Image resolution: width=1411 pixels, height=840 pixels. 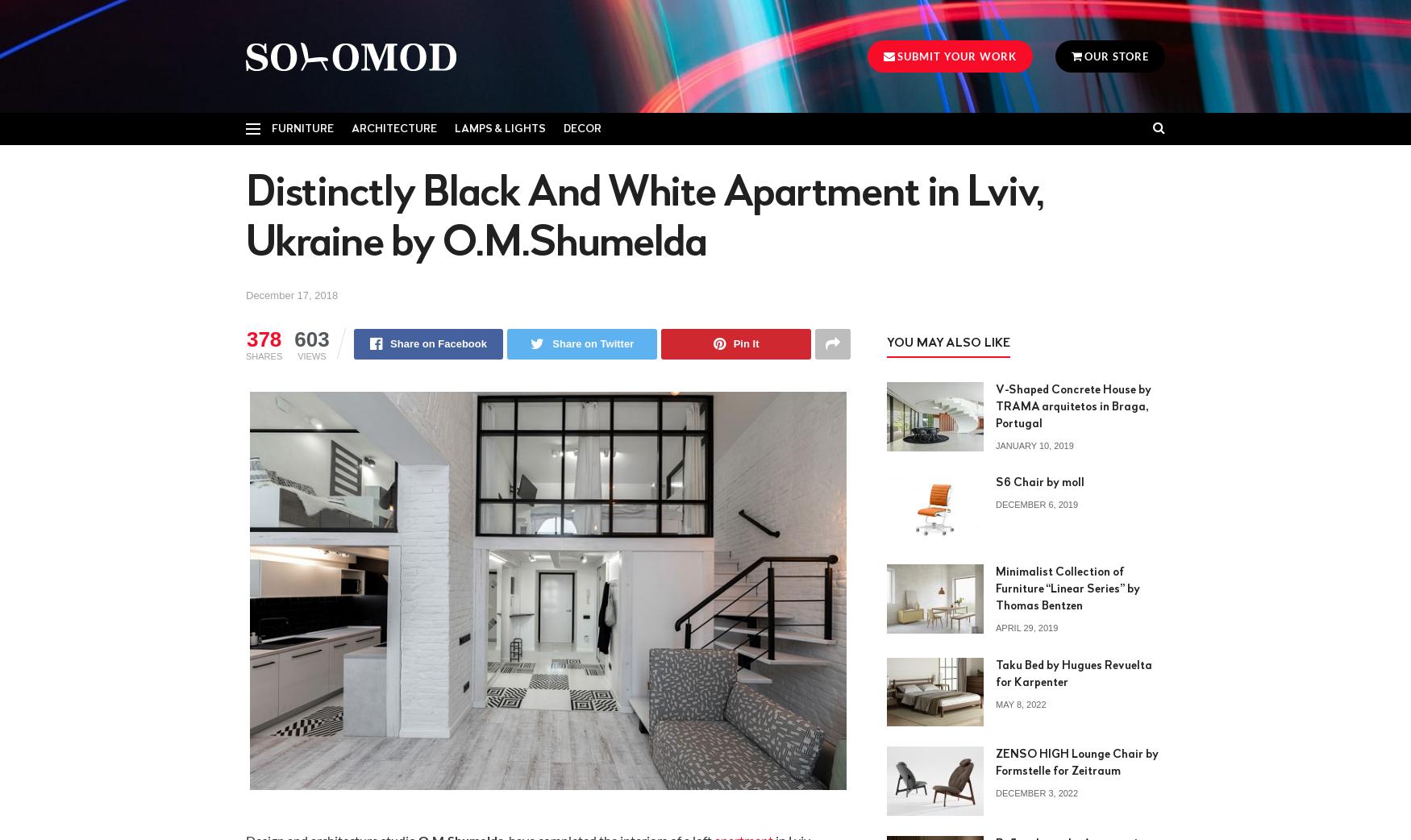 What do you see at coordinates (1036, 505) in the screenshot?
I see `'December 6, 2019'` at bounding box center [1036, 505].